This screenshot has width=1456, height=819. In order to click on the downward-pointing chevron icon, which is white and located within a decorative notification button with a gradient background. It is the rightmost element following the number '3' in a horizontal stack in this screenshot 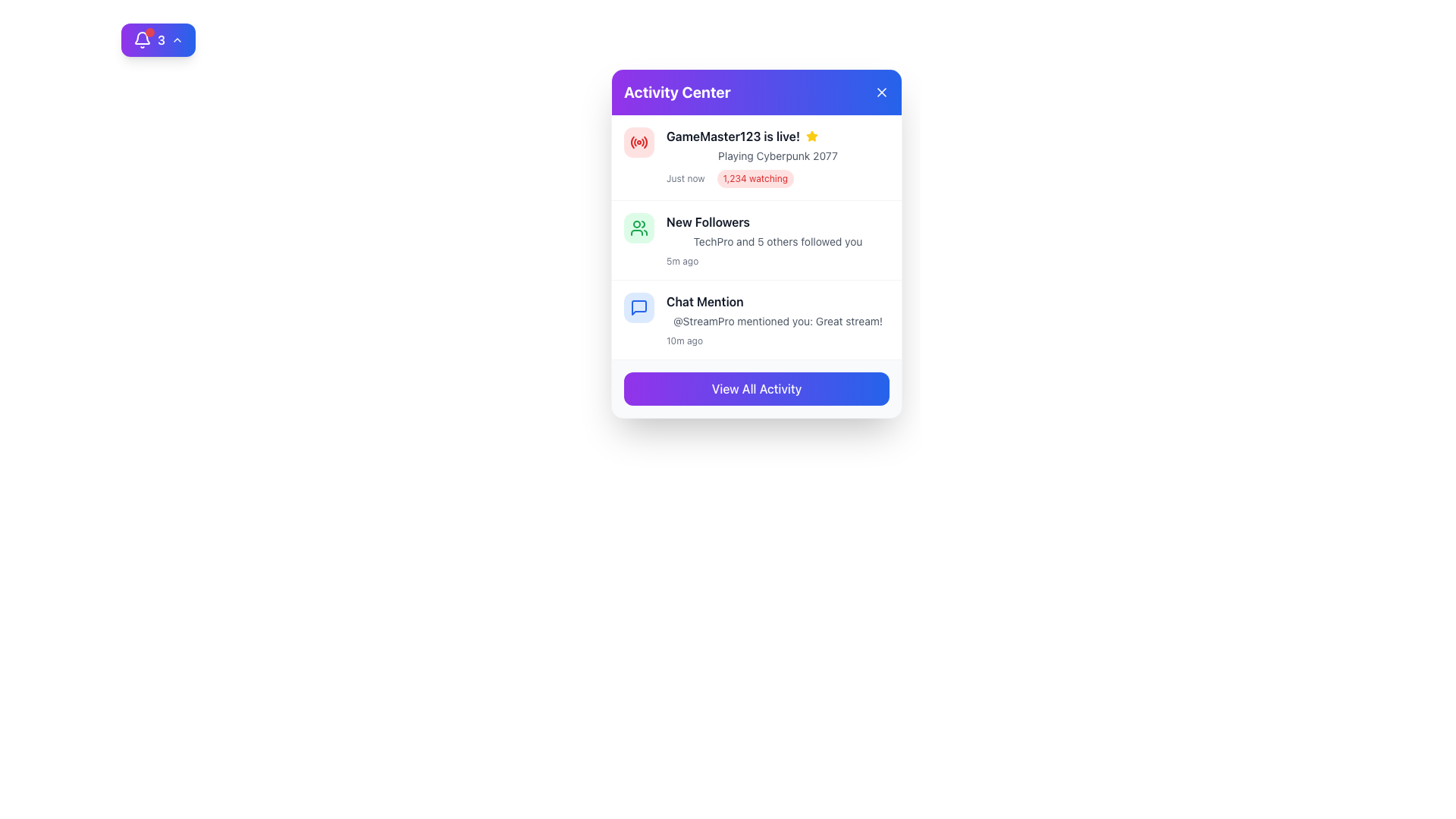, I will do `click(177, 39)`.